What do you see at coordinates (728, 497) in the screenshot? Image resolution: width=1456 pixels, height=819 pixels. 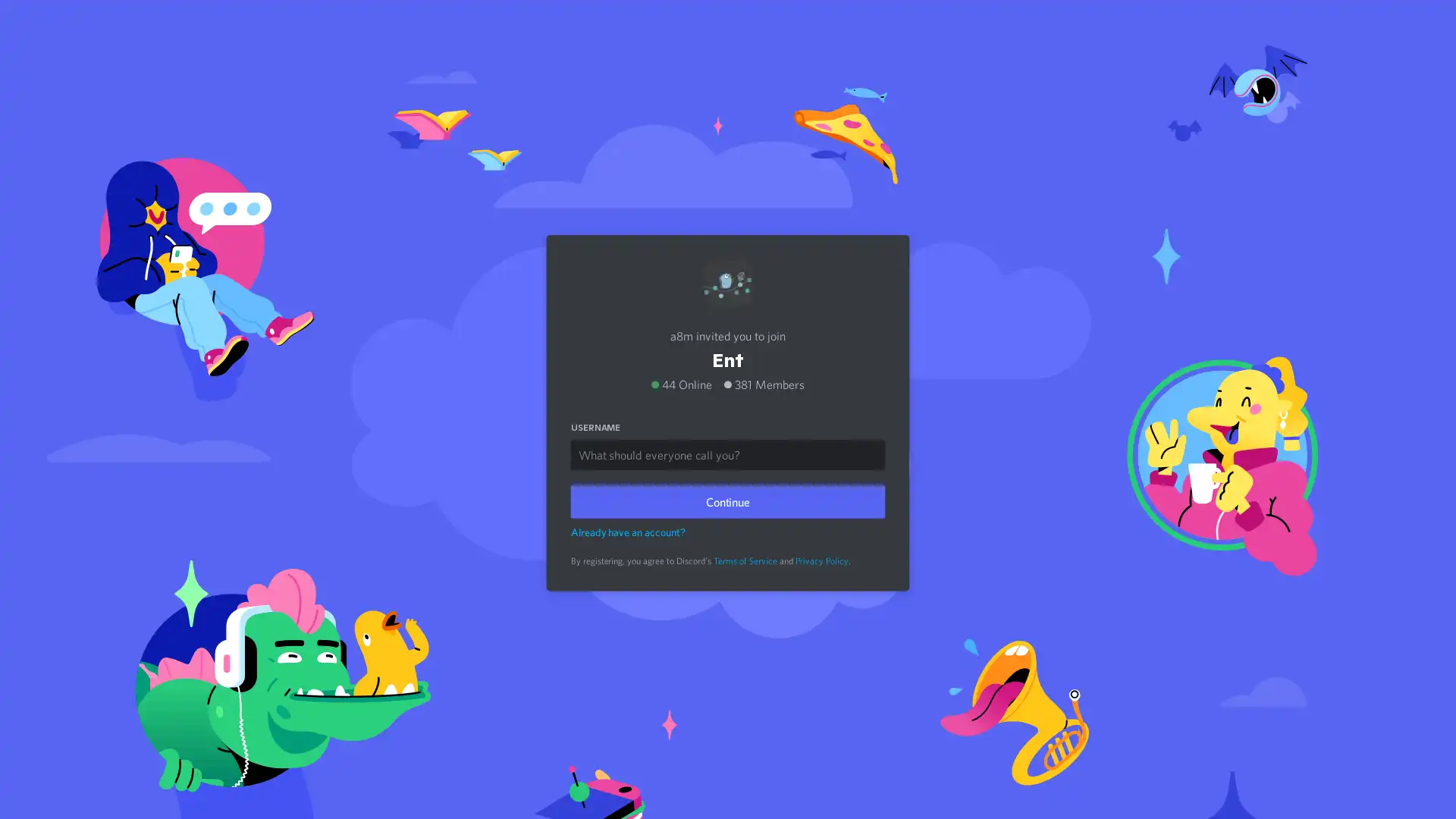 I see `Continue` at bounding box center [728, 497].